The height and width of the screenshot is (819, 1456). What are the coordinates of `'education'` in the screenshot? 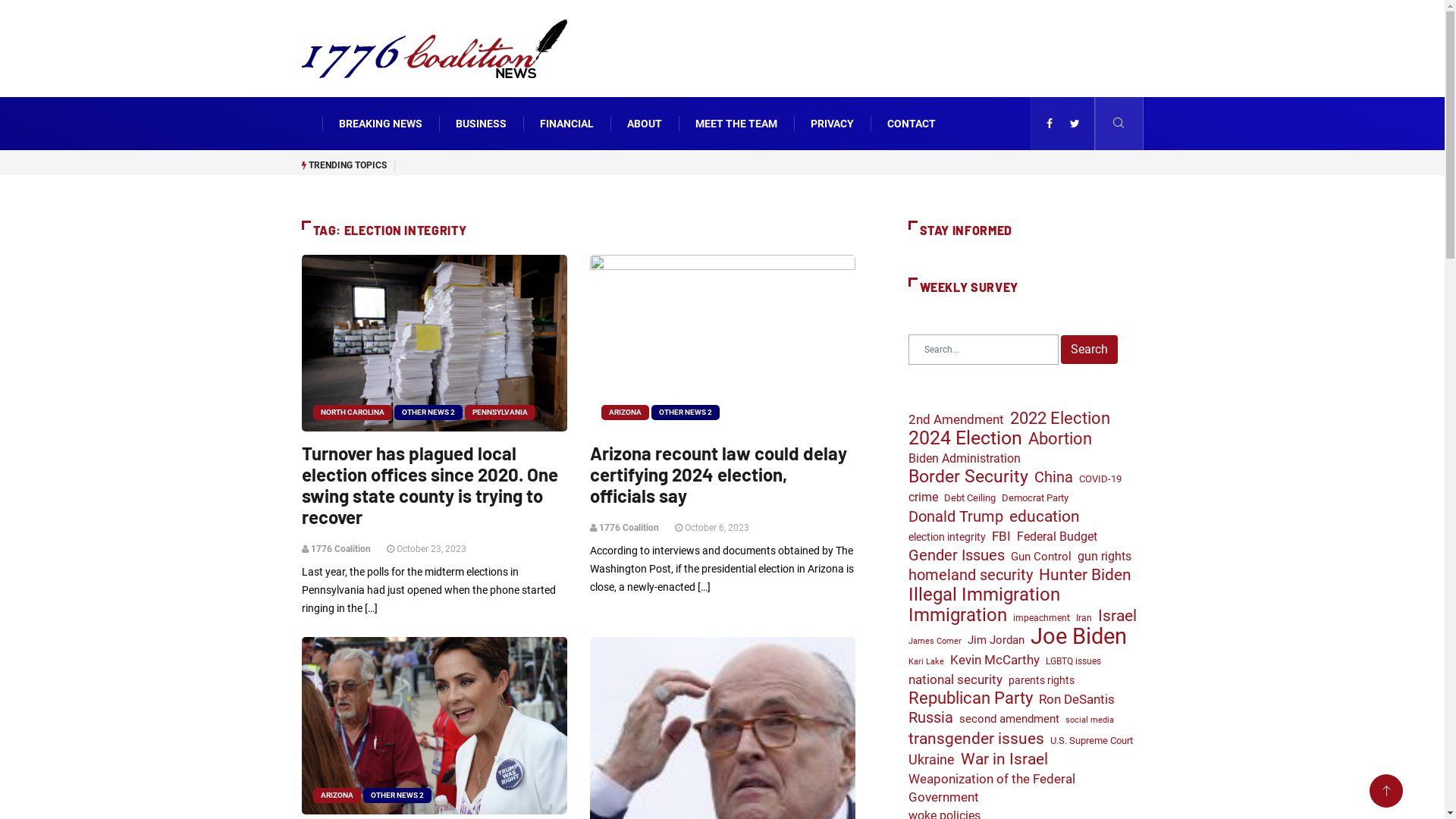 It's located at (1043, 516).